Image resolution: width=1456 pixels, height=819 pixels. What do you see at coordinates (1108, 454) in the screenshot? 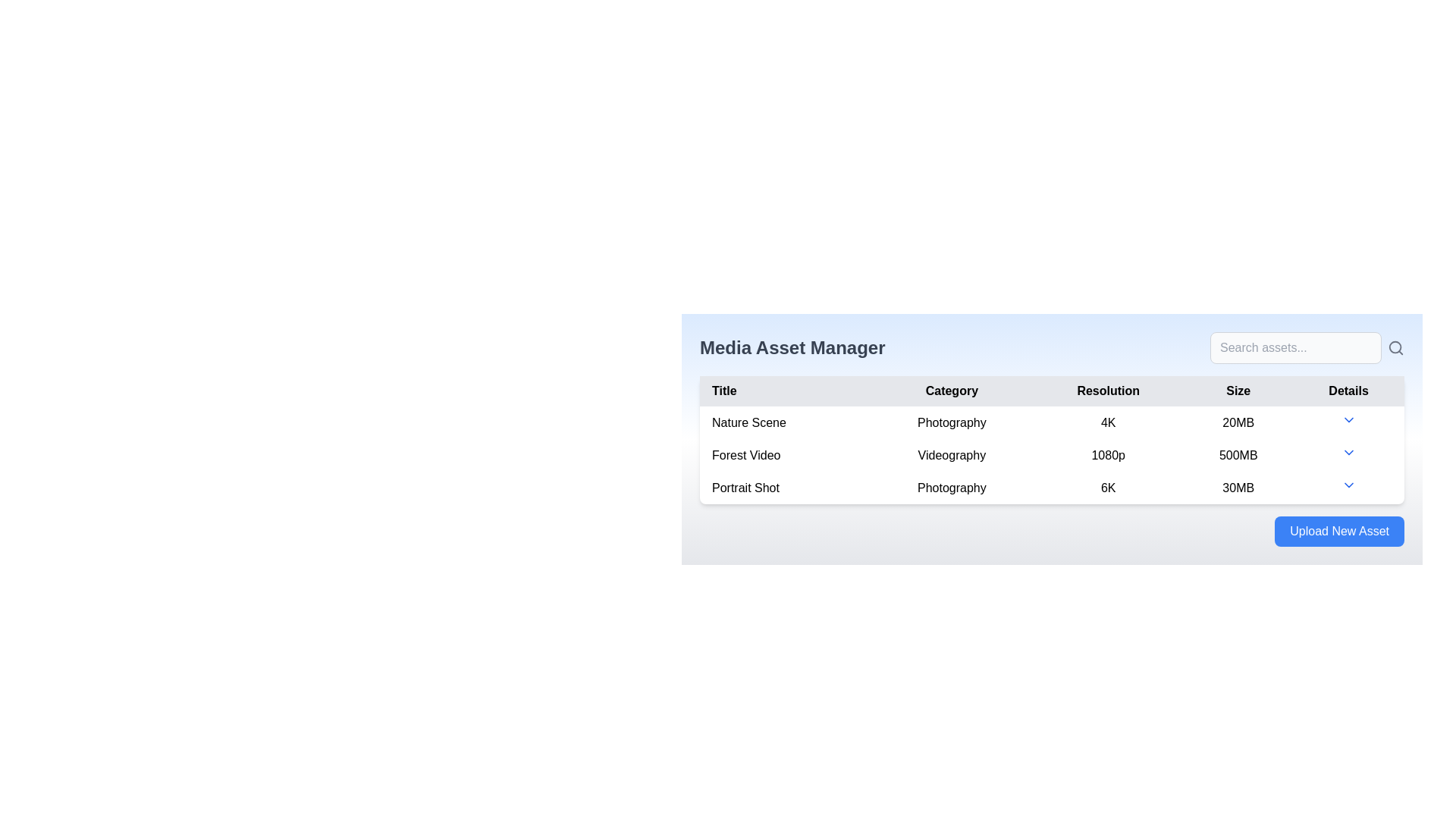
I see `the Text Label displaying '1080p' in the second row of the table under the 'Resolution' column, associated with the 'Forest Video' entry` at bounding box center [1108, 454].